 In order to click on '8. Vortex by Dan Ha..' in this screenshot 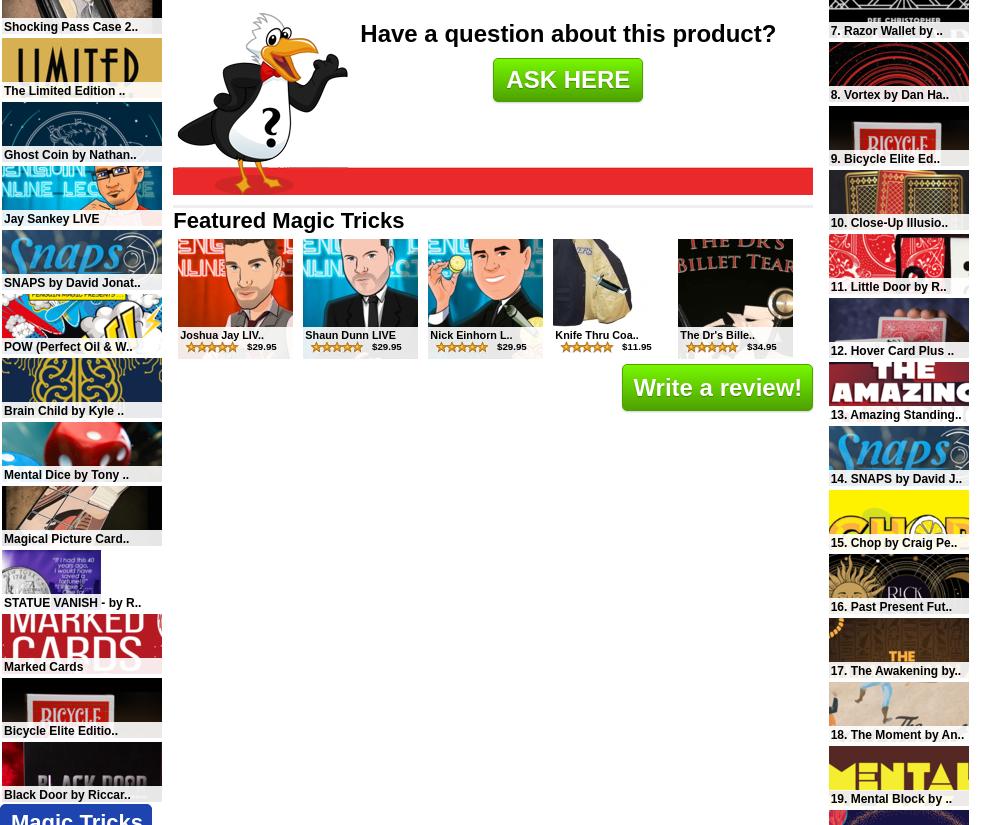, I will do `click(889, 94)`.